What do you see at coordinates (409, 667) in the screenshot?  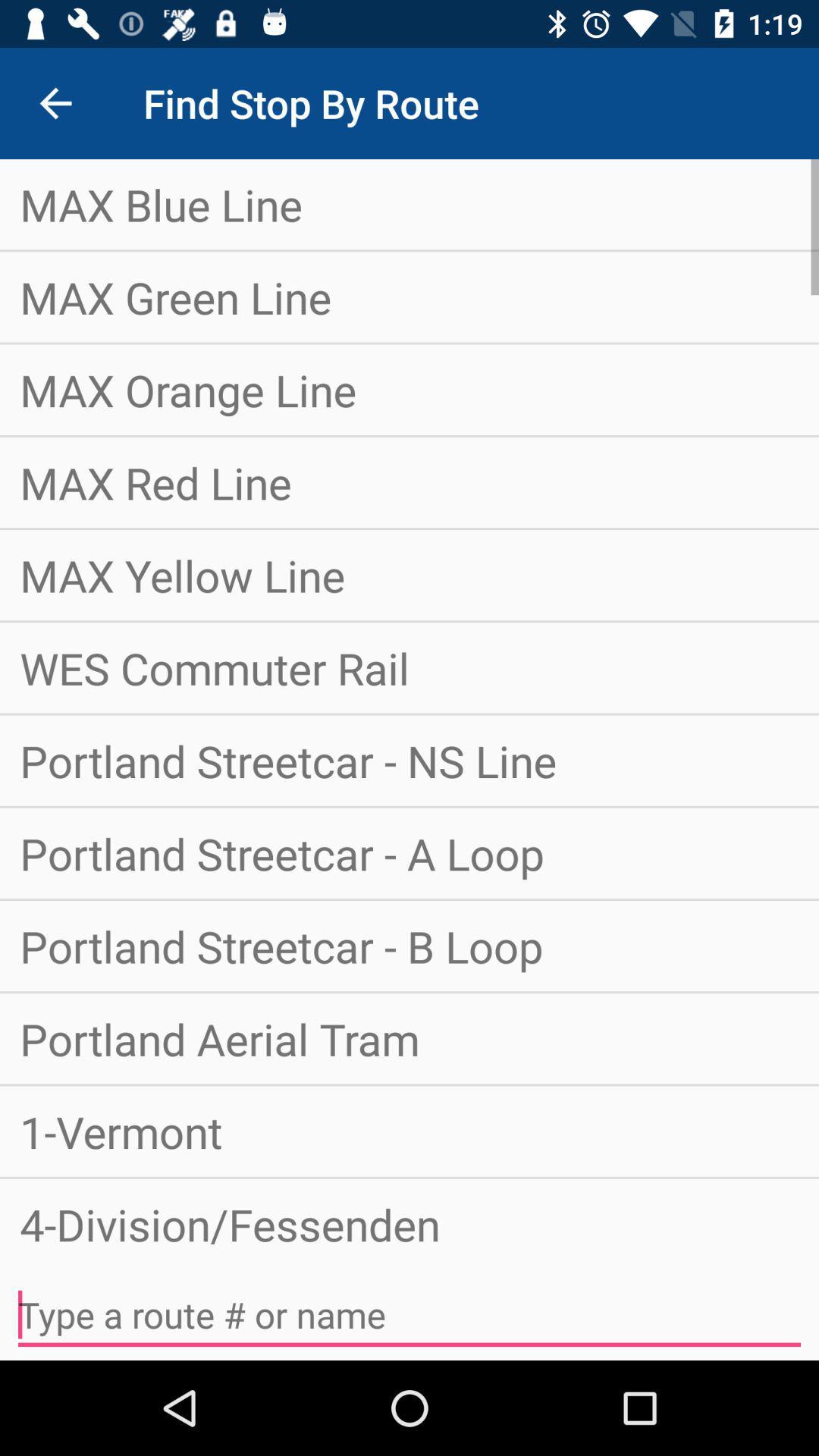 I see `the item above the portland streetcar ns icon` at bounding box center [409, 667].